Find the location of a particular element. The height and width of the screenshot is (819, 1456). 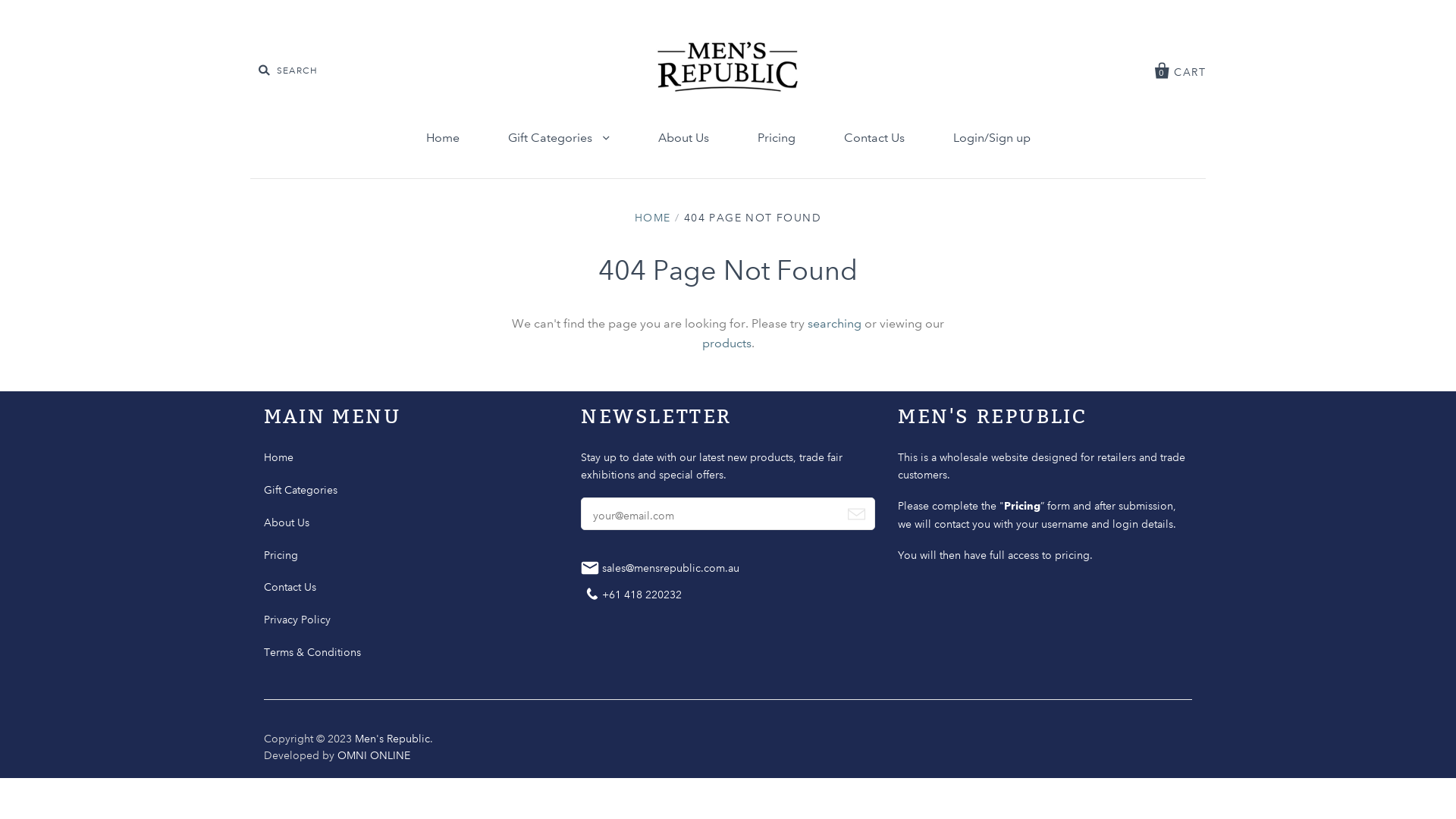

'Login/Sign up' is located at coordinates (990, 137).